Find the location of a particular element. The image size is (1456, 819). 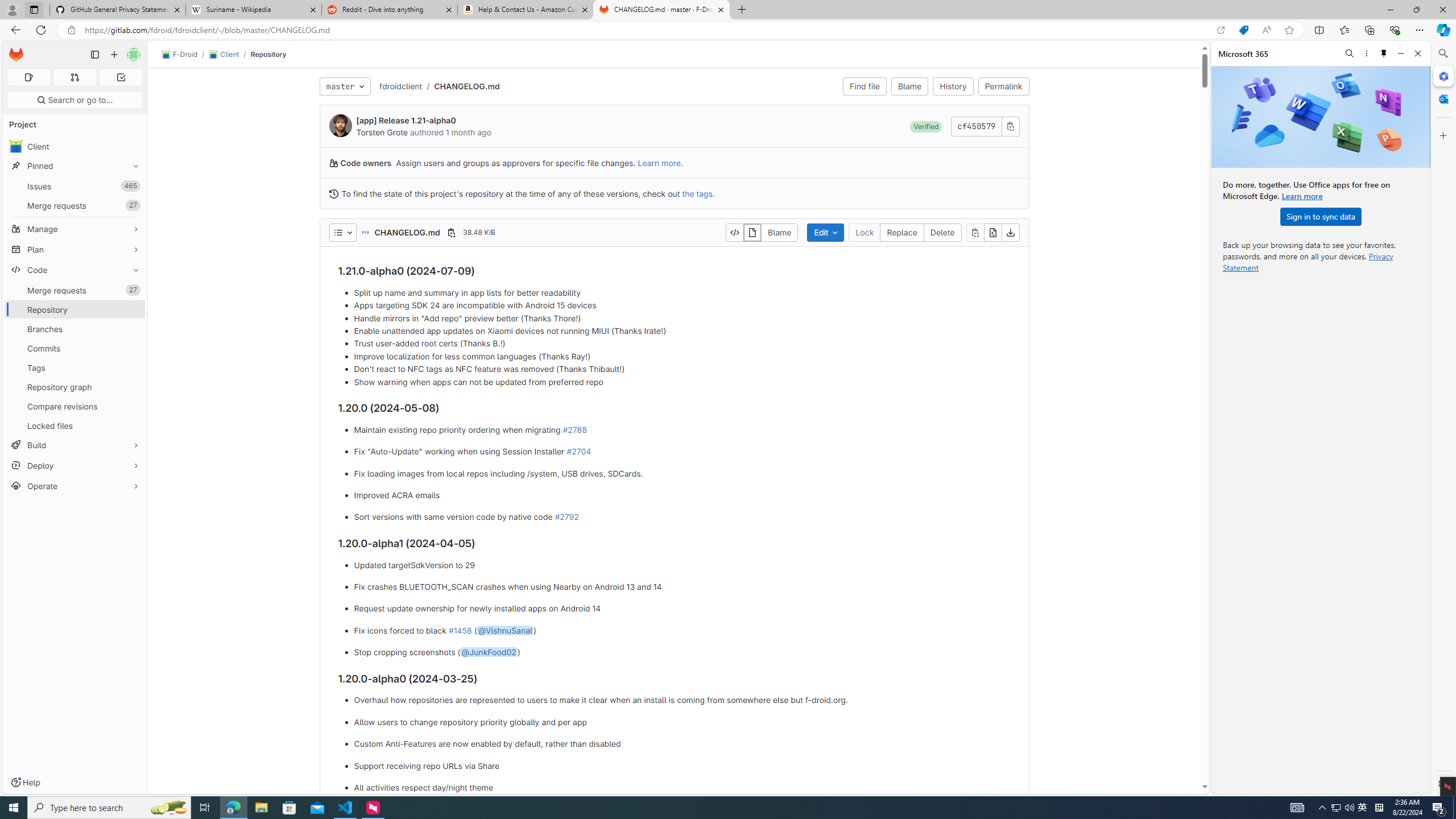

'Deploy' is located at coordinates (74, 465).